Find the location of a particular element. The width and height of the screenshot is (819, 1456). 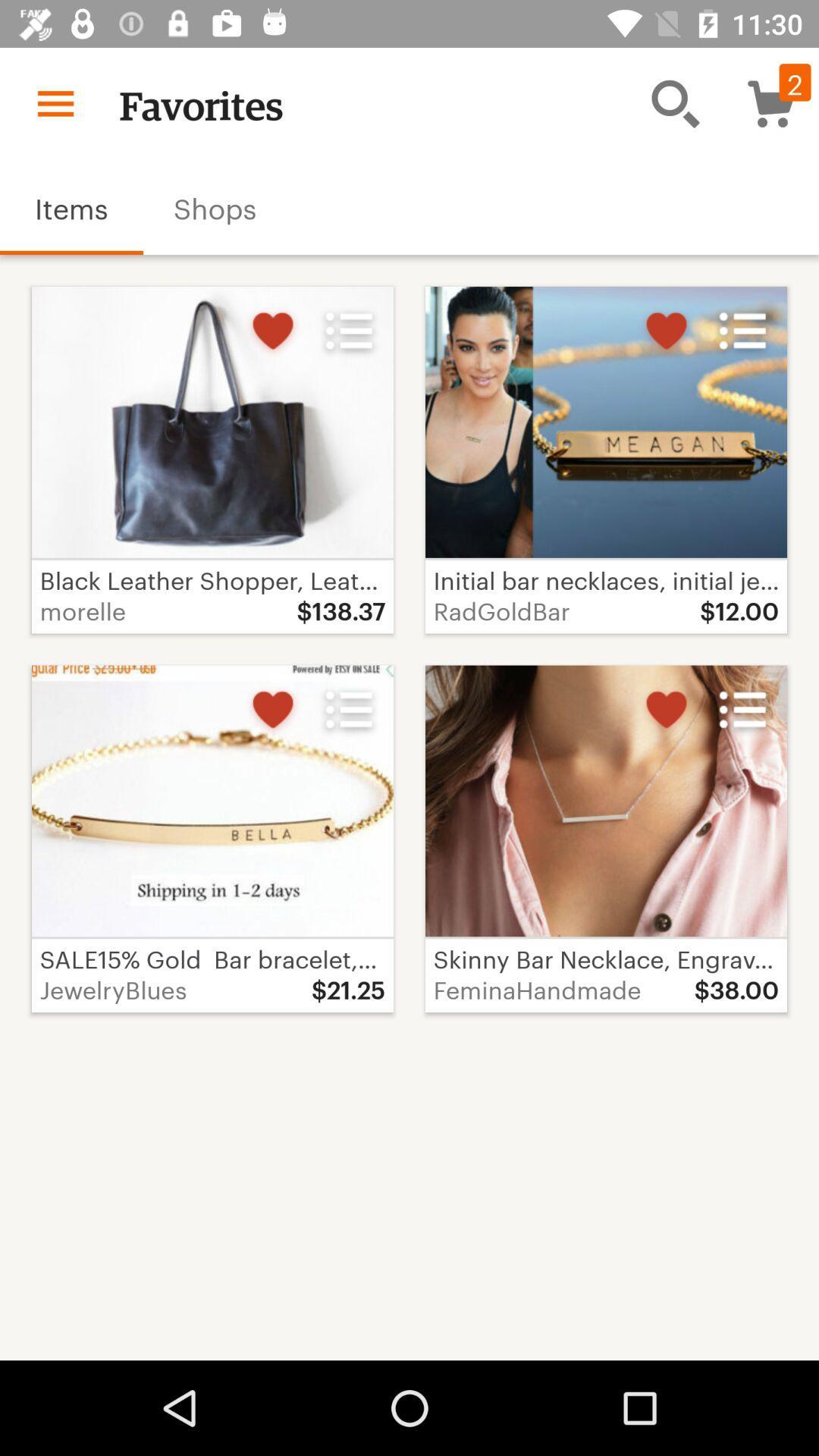

item to the left of favorites is located at coordinates (55, 102).